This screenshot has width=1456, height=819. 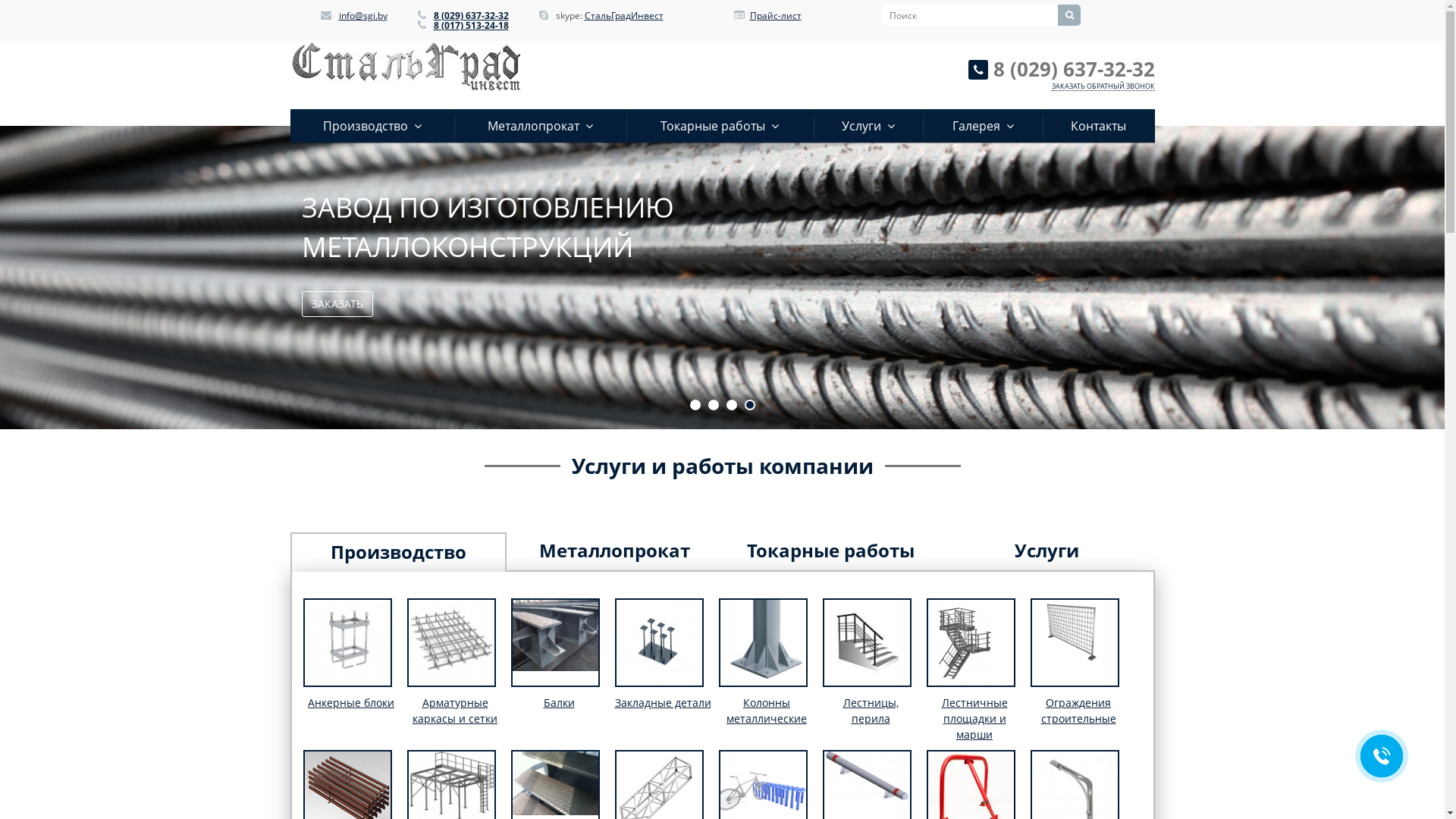 I want to click on 'info@sgi.by', so click(x=362, y=15).